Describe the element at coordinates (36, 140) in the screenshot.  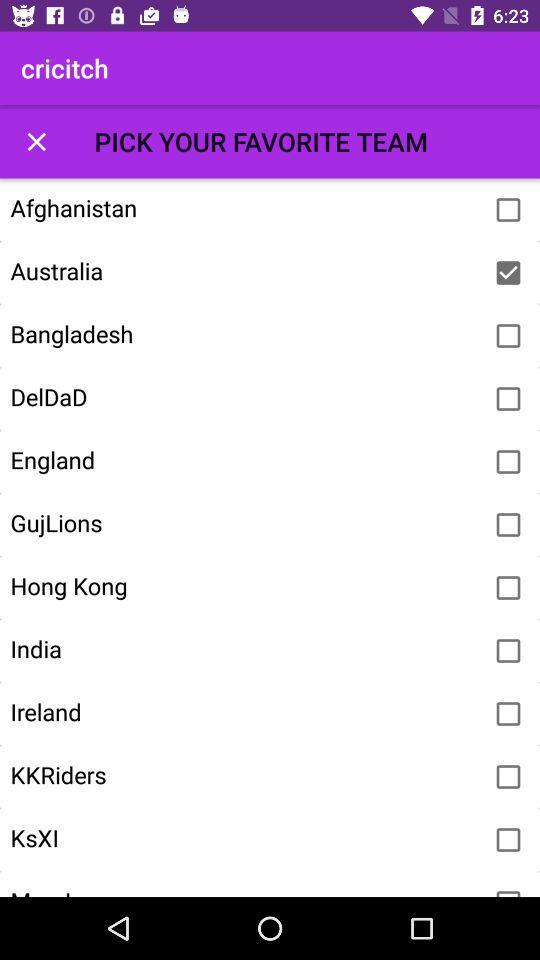
I see `the item above the afghanistan icon` at that location.